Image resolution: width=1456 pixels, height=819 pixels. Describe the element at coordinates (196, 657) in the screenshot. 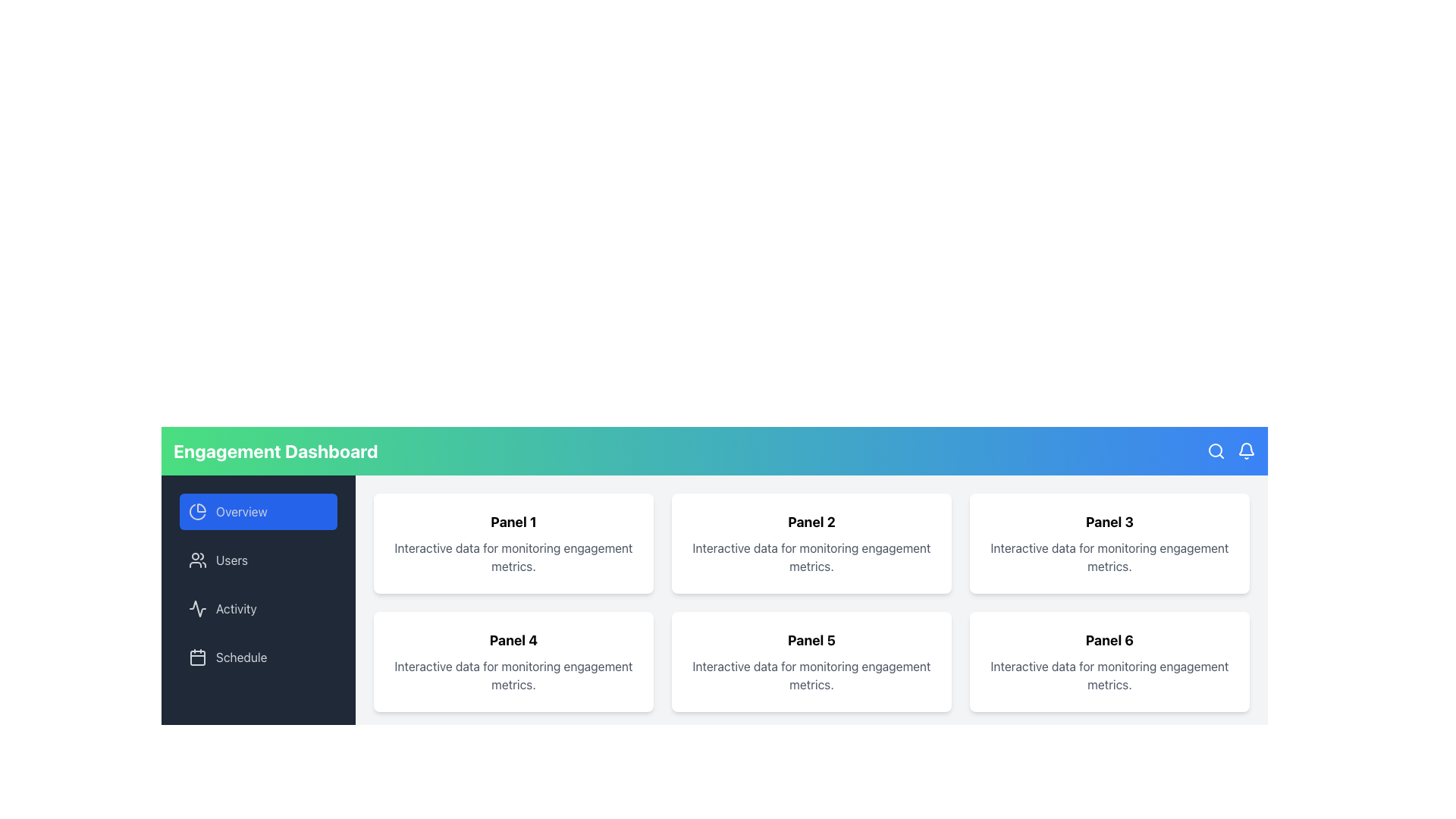

I see `the calendar icon located in the dark sidebar next to the 'Schedule' text` at that location.